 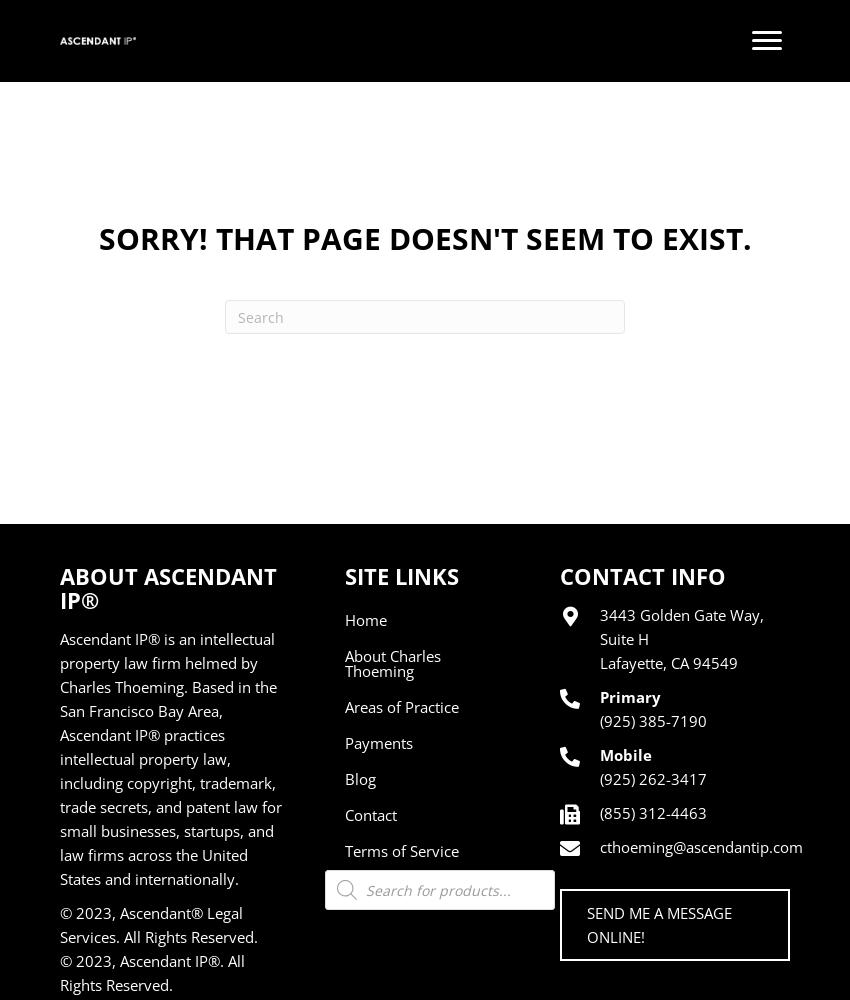 What do you see at coordinates (97, 237) in the screenshot?
I see `'Sorry! That page doesn't seem to exist.'` at bounding box center [97, 237].